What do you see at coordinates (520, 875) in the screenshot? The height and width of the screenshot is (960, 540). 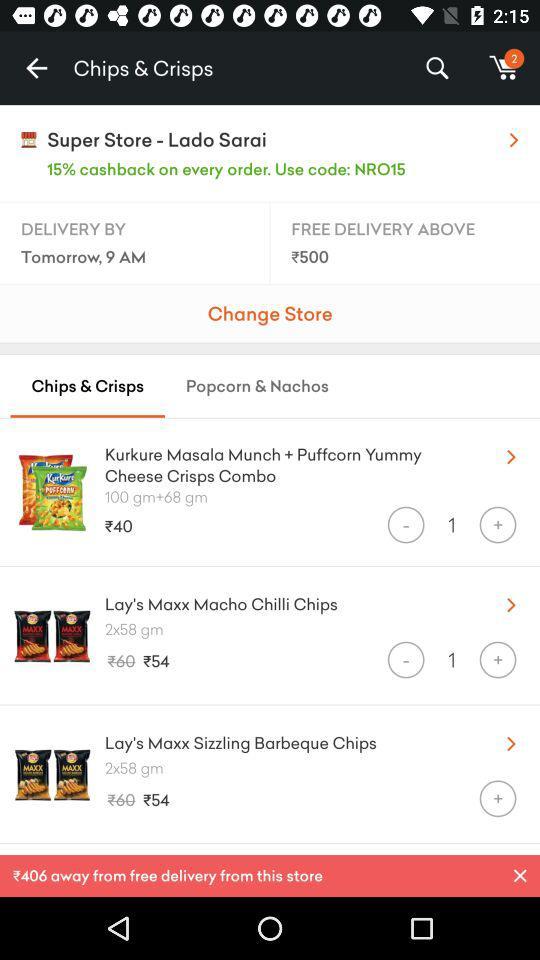 I see `the close icon` at bounding box center [520, 875].